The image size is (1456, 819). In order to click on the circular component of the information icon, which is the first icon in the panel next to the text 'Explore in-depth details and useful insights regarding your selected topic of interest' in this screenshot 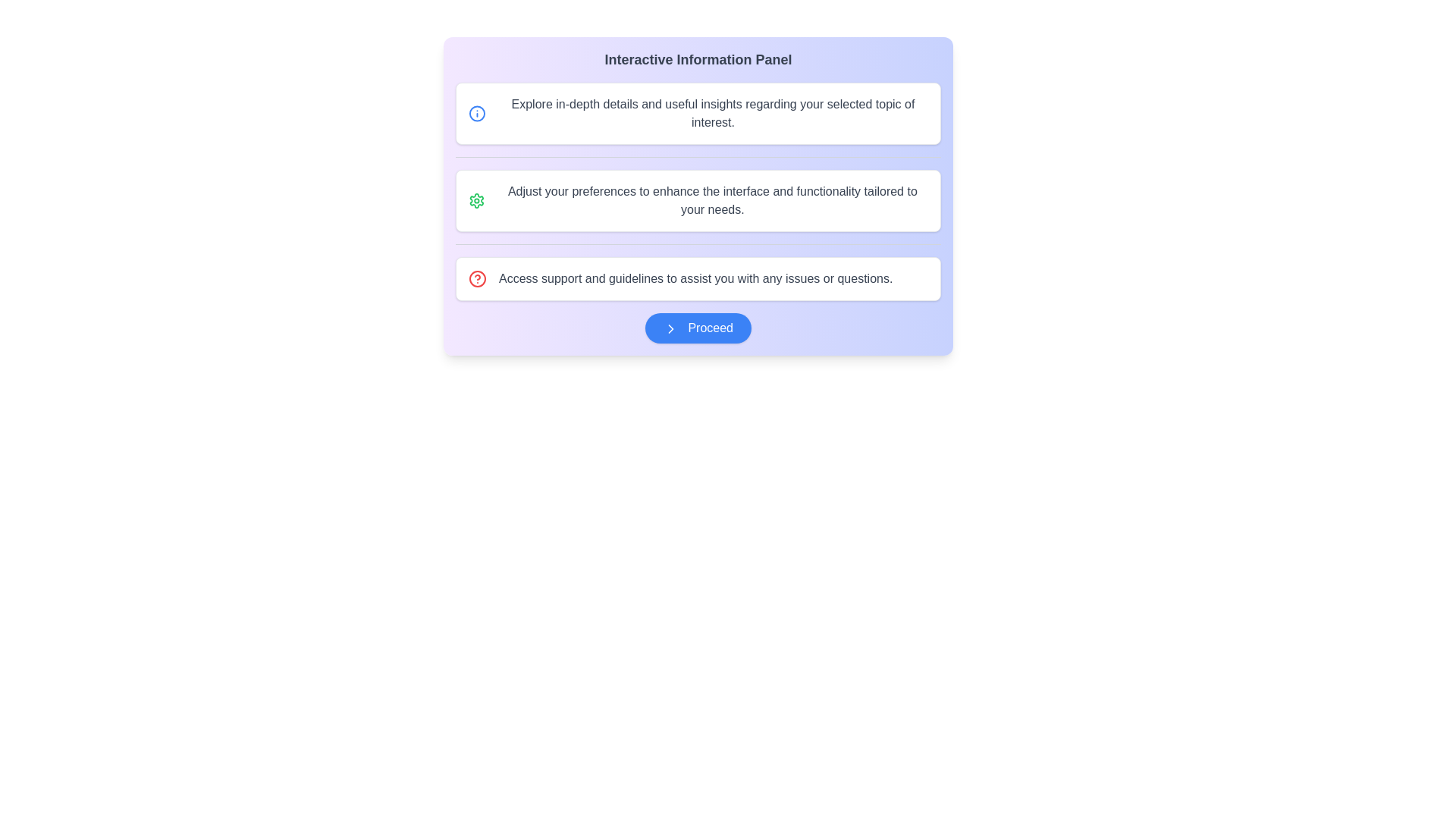, I will do `click(476, 113)`.